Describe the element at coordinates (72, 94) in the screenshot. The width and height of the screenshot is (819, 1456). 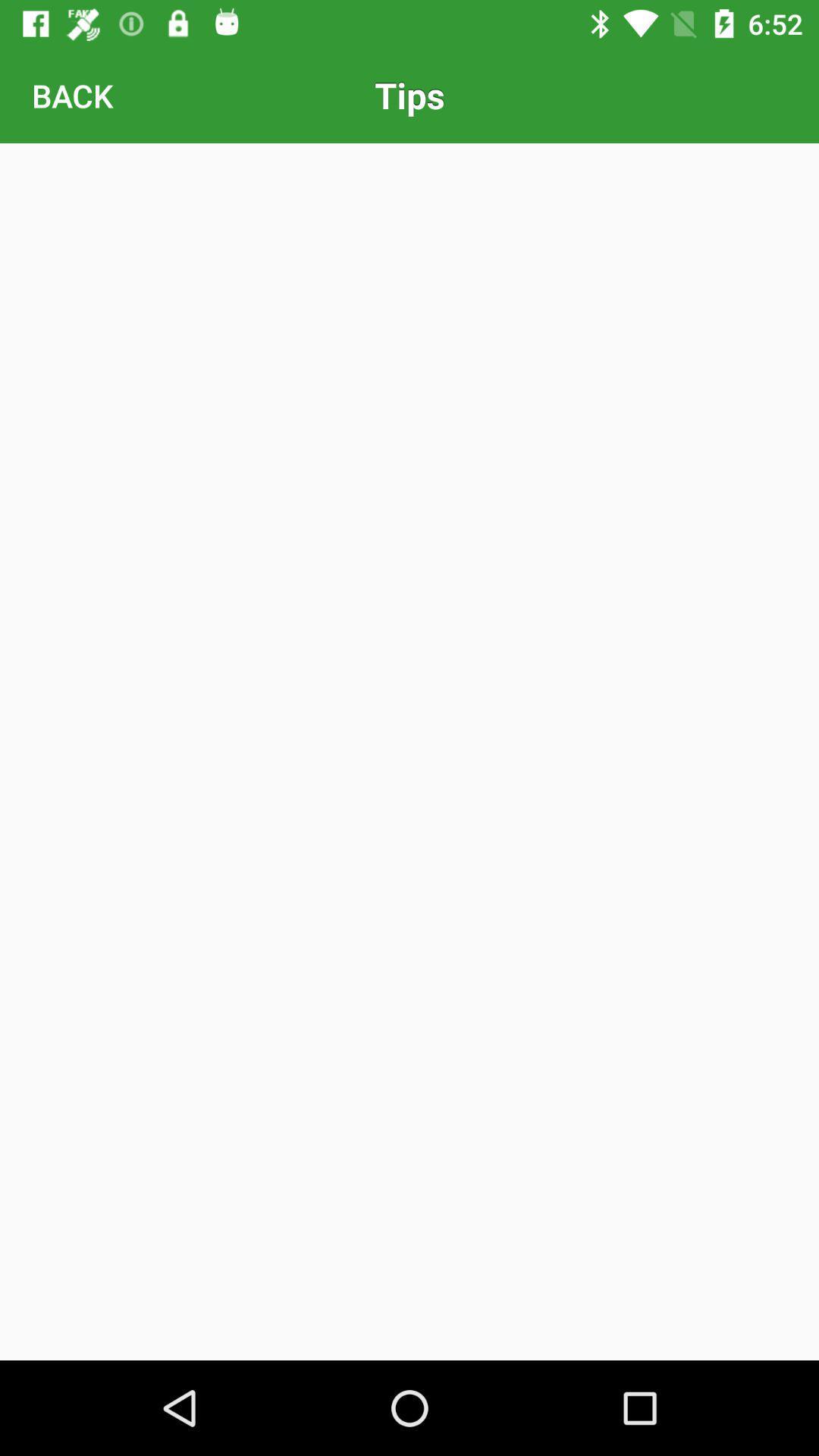
I see `the back` at that location.